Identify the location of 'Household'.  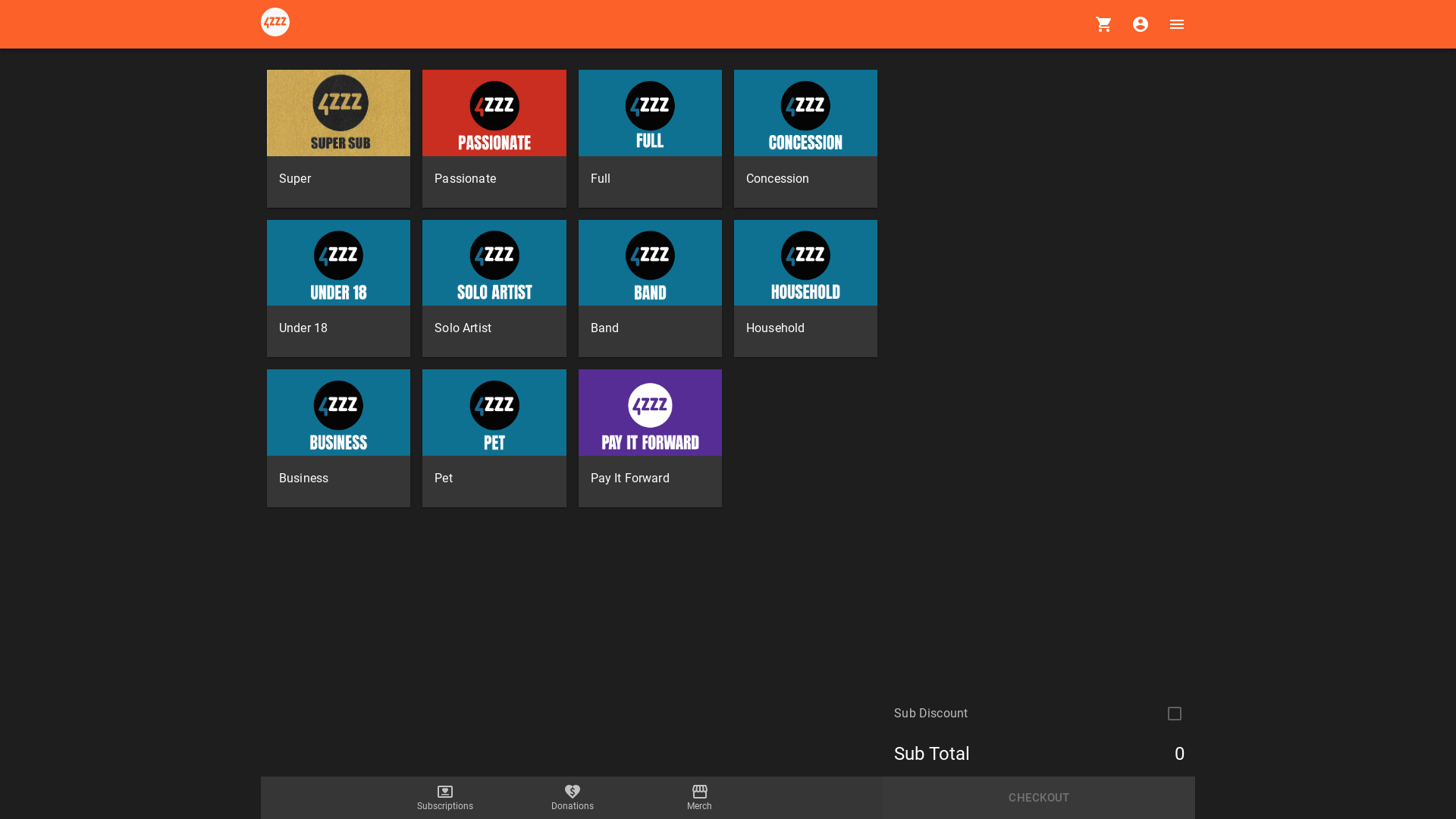
(805, 289).